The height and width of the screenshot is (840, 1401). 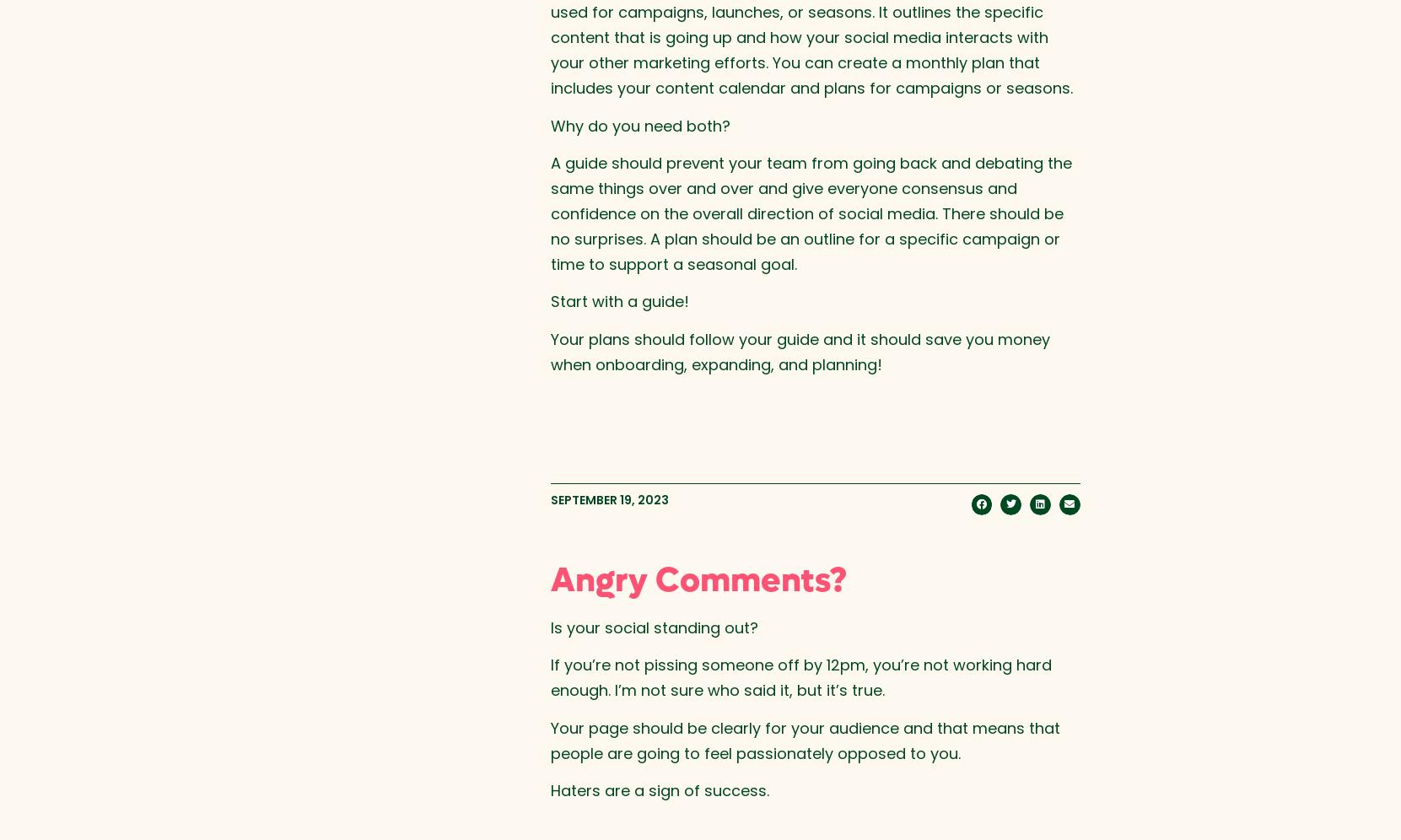 What do you see at coordinates (658, 789) in the screenshot?
I see `'Haters are a sign of success.'` at bounding box center [658, 789].